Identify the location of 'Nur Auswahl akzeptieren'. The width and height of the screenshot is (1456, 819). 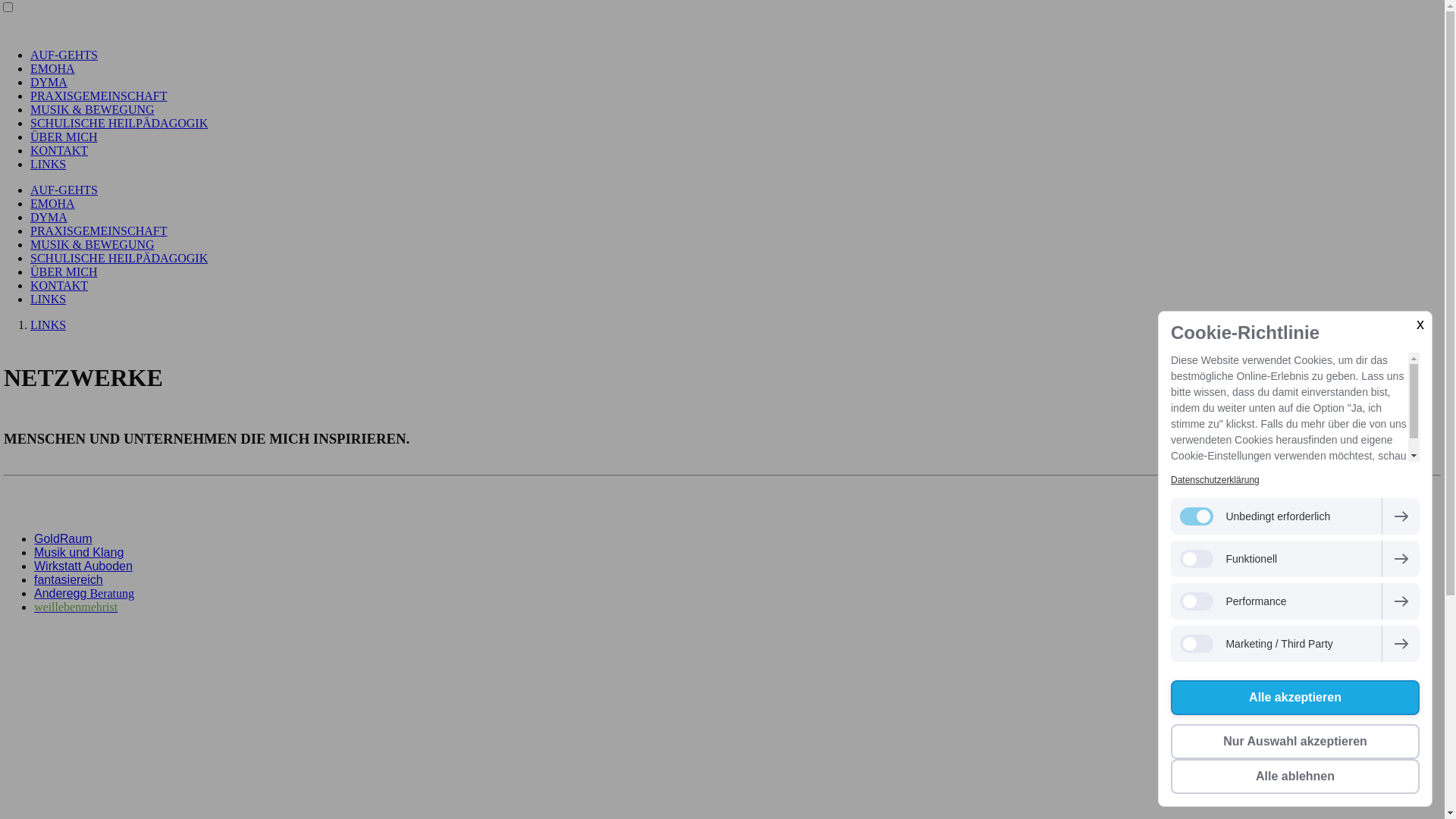
(1294, 741).